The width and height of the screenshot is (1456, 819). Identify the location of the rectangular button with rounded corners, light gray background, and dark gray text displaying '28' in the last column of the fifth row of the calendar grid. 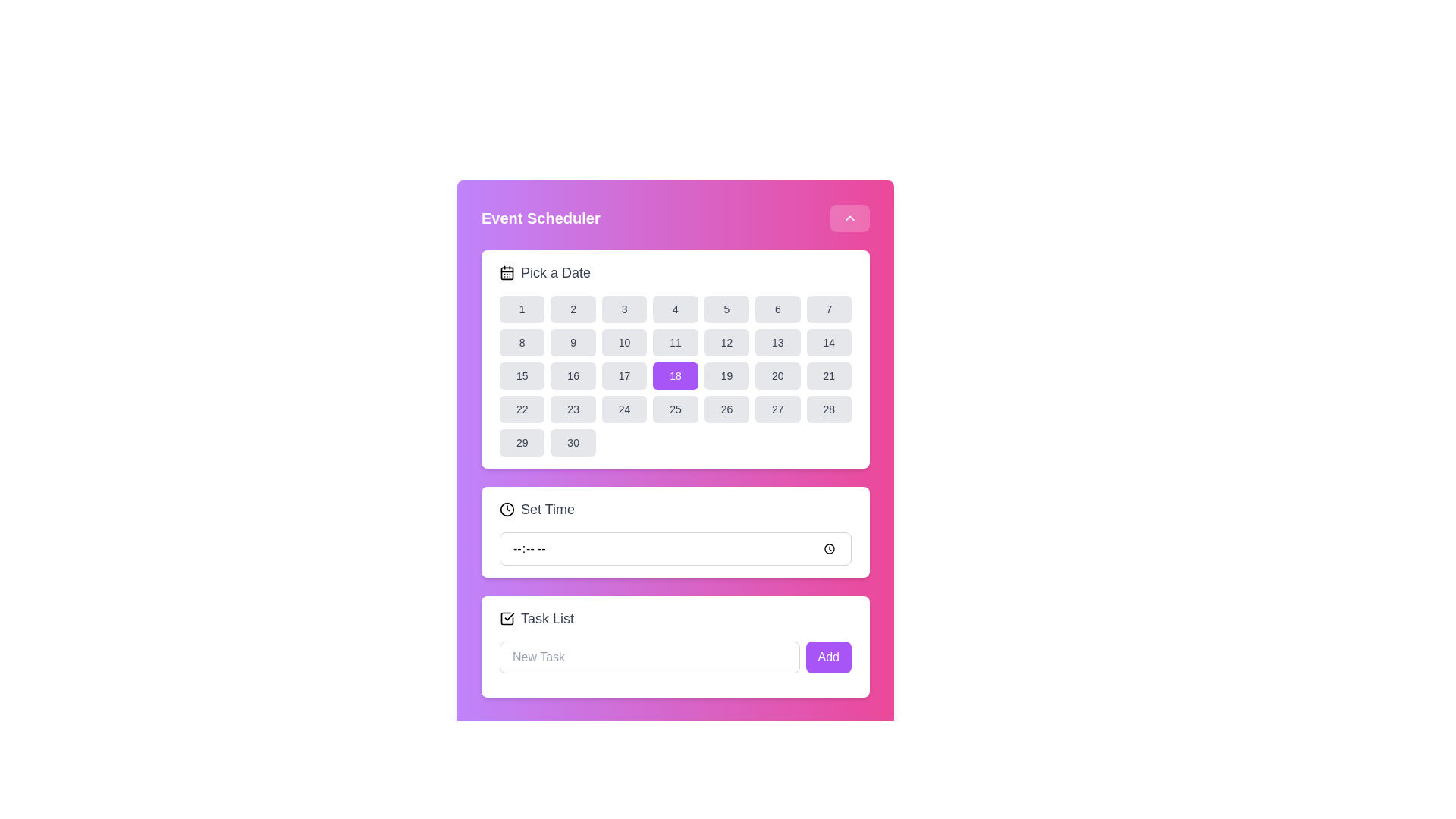
(828, 409).